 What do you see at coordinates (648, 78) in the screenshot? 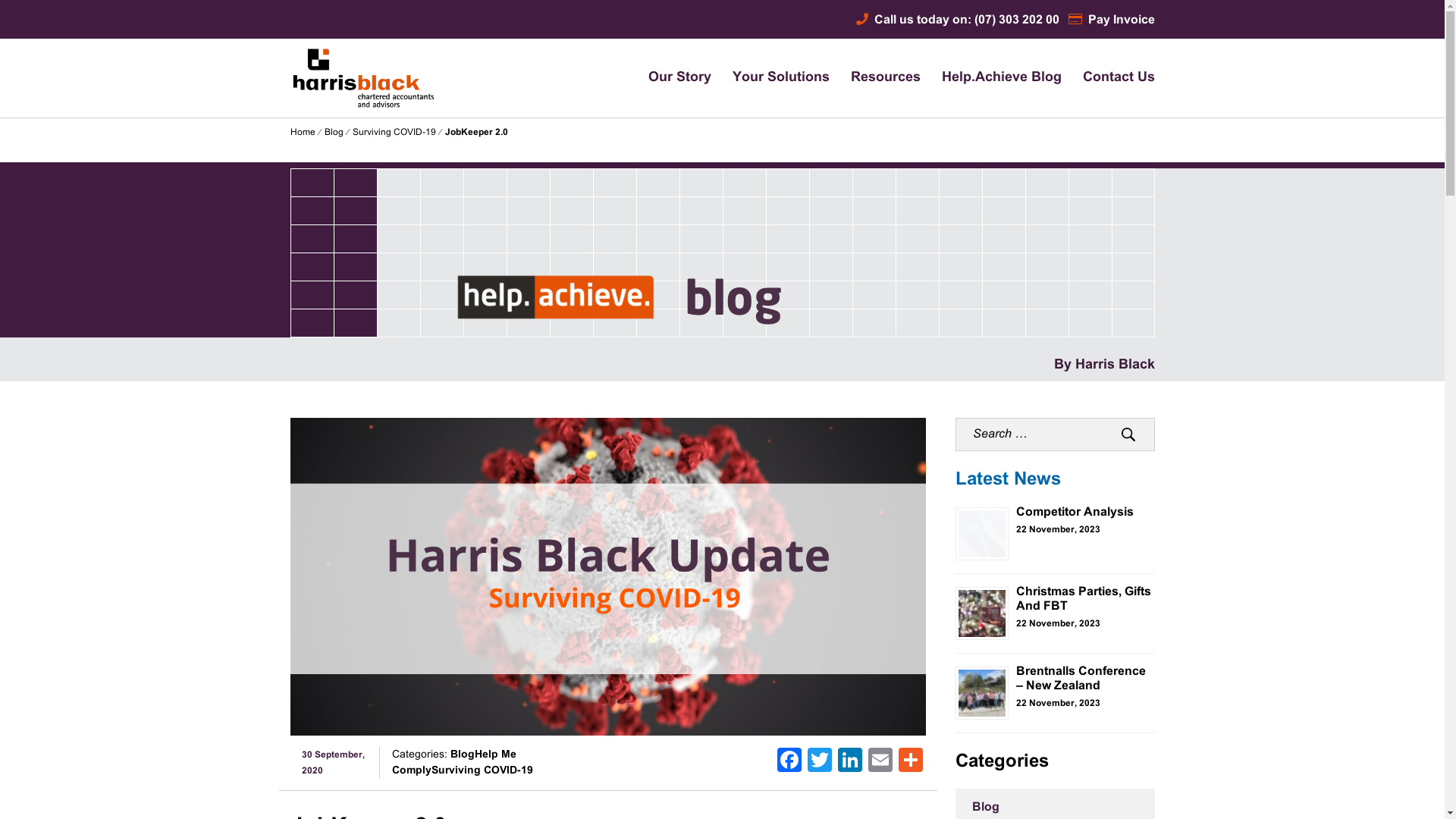
I see `'Our Story'` at bounding box center [648, 78].